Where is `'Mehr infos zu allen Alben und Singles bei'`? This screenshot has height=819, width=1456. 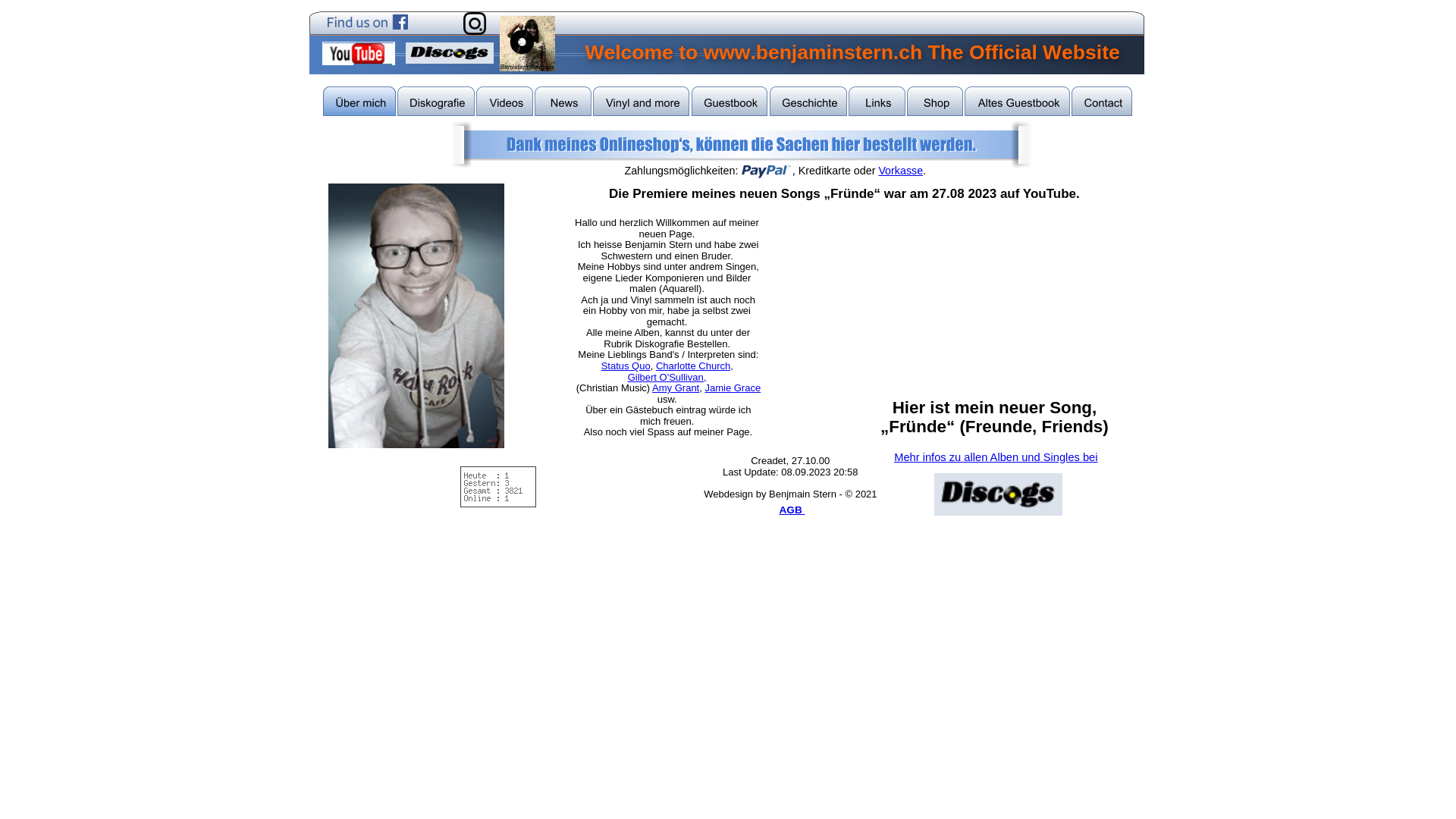 'Mehr infos zu allen Alben und Singles bei' is located at coordinates (996, 456).